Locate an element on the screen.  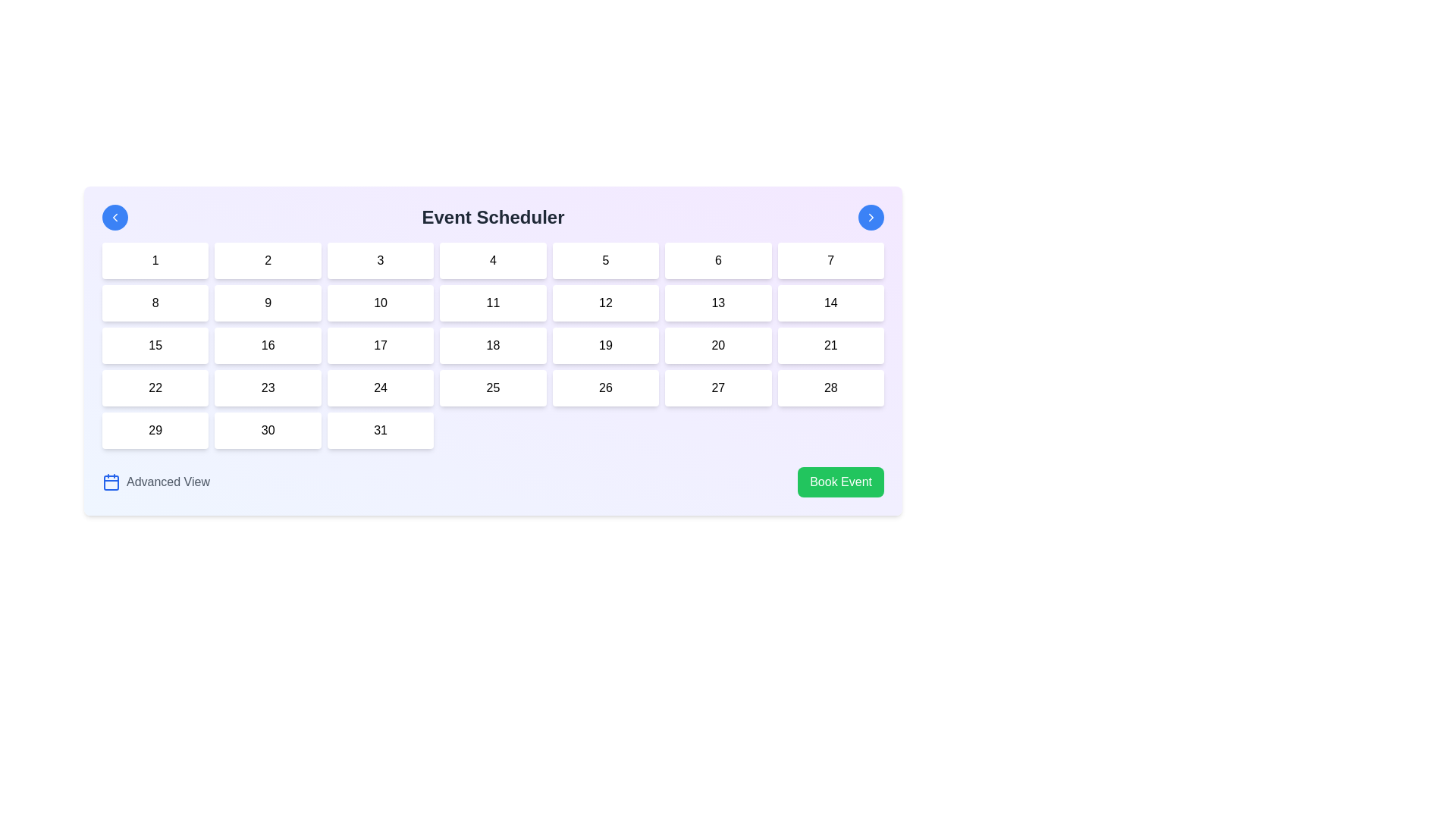
the interactive button labeled '9' in the Event Scheduler grid is located at coordinates (268, 303).